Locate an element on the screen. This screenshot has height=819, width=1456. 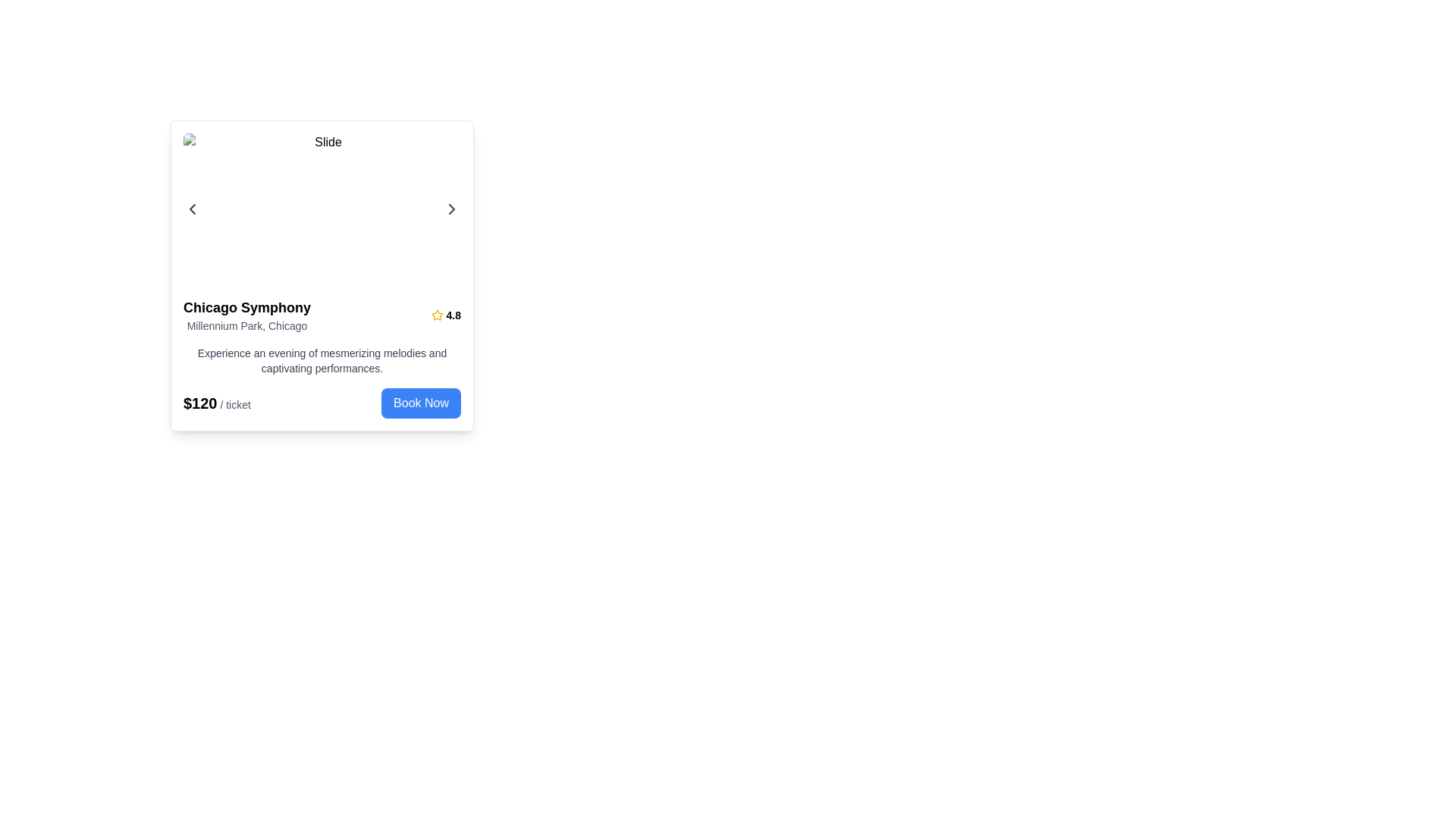
text label displaying 'Millennium Park, Chicago', which is located directly below the 'Chicago Symphony' text in the upper-left area of the card interface is located at coordinates (247, 325).